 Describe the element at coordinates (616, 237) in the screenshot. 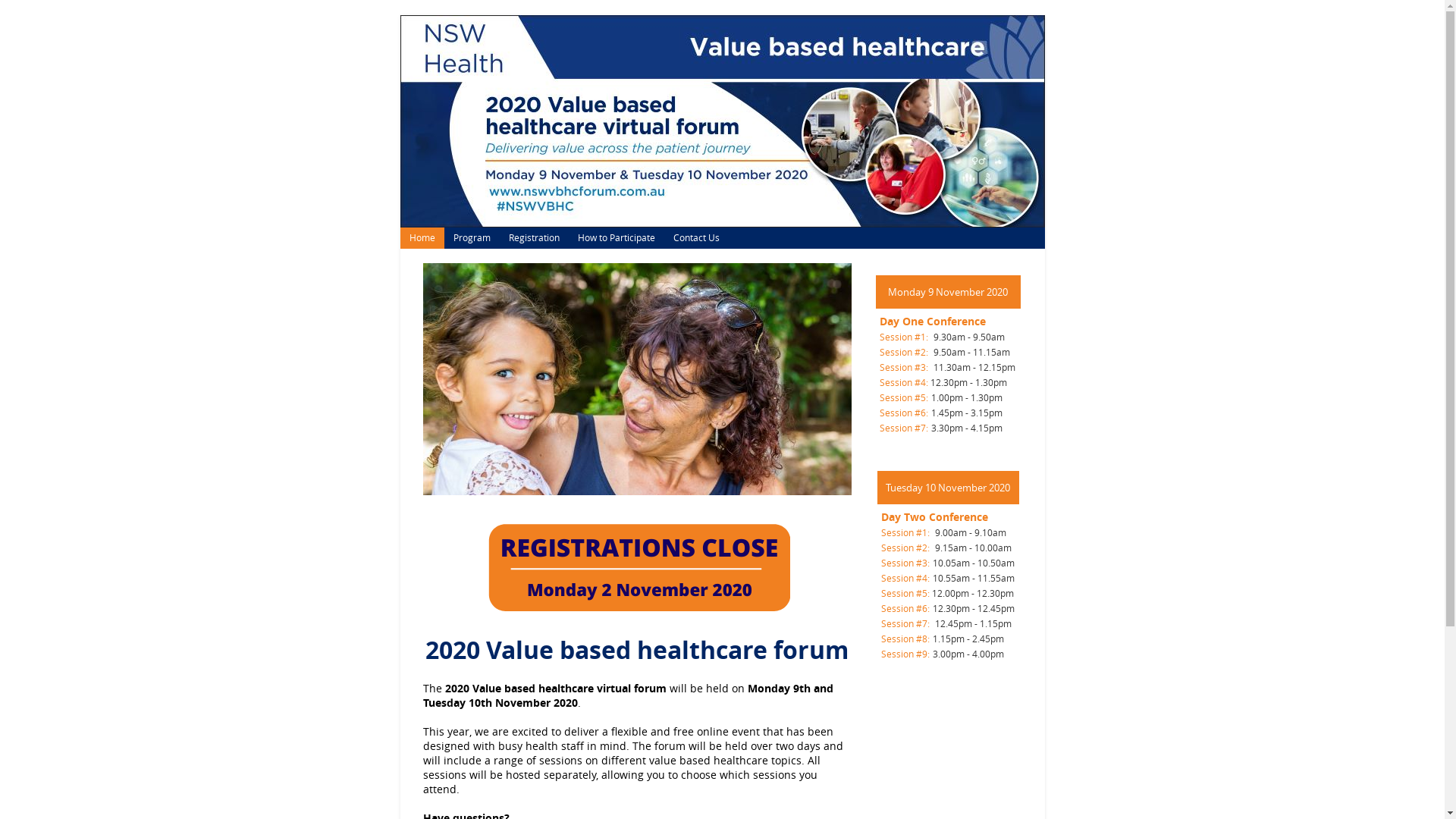

I see `'How to Participate'` at that location.